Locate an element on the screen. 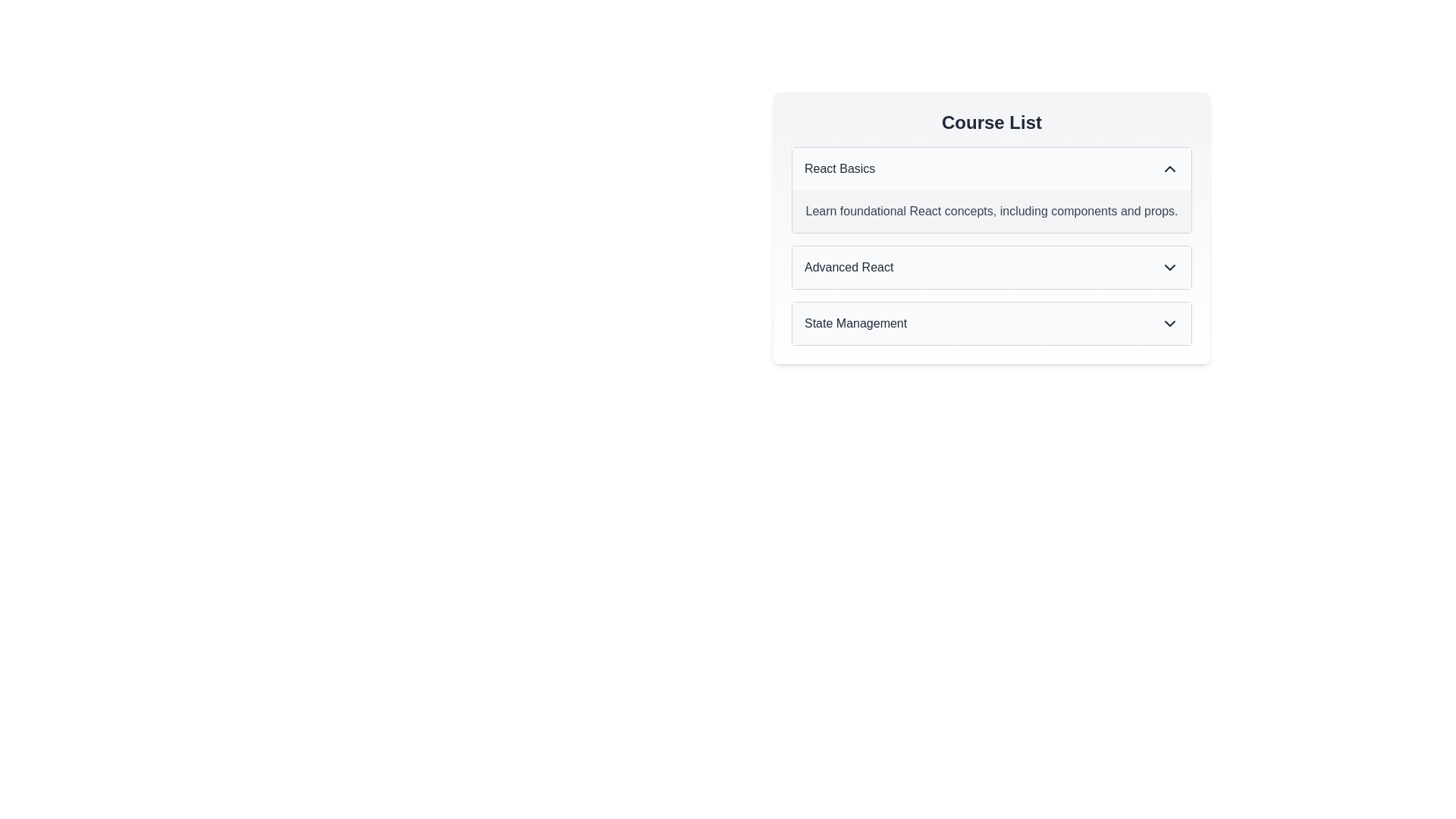 The width and height of the screenshot is (1456, 819). the chevron indicator at the far-right end of the 'React Basics' section is located at coordinates (1169, 169).